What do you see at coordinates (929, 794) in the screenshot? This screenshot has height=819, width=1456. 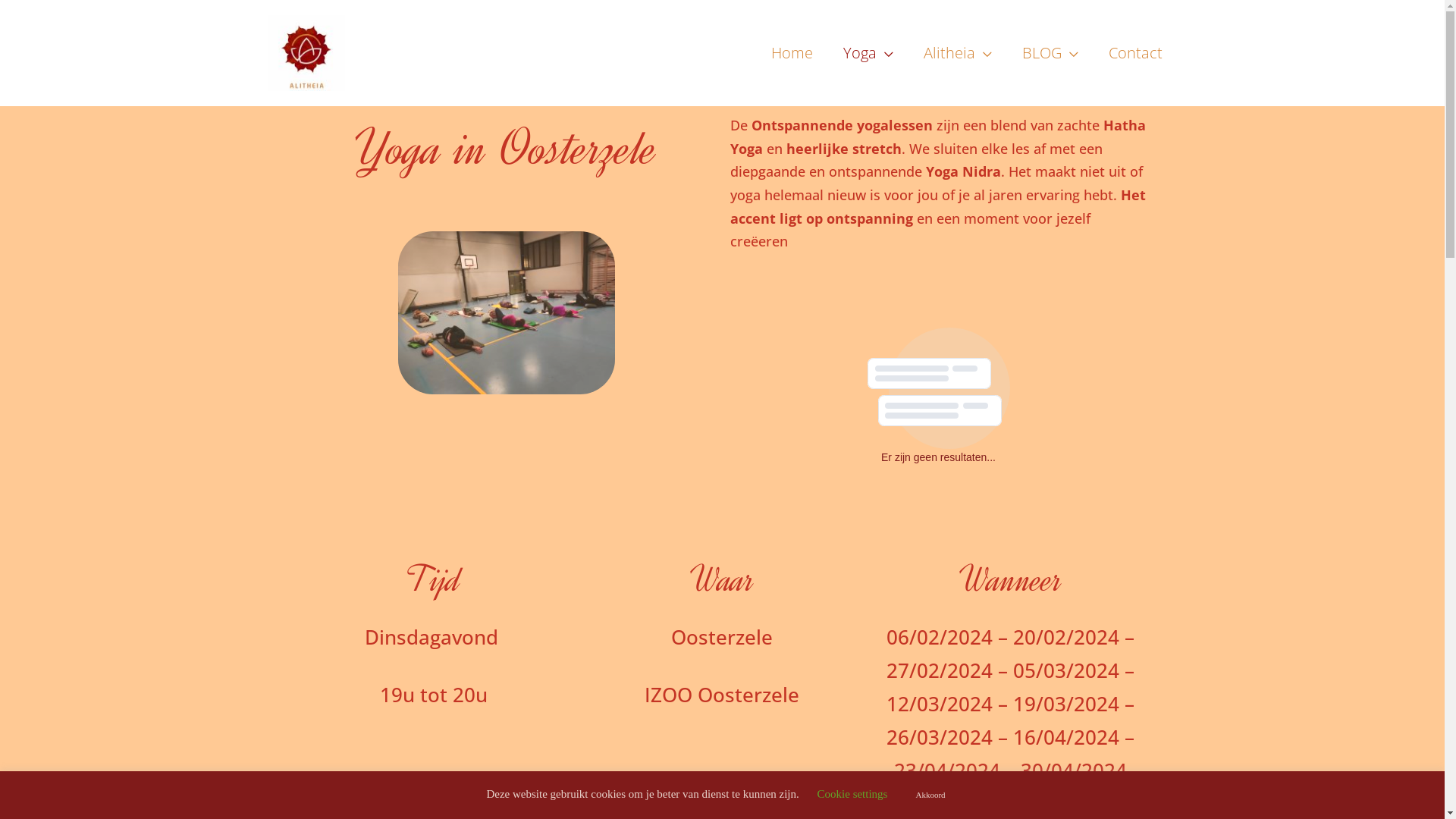 I see `'Akkoord'` at bounding box center [929, 794].